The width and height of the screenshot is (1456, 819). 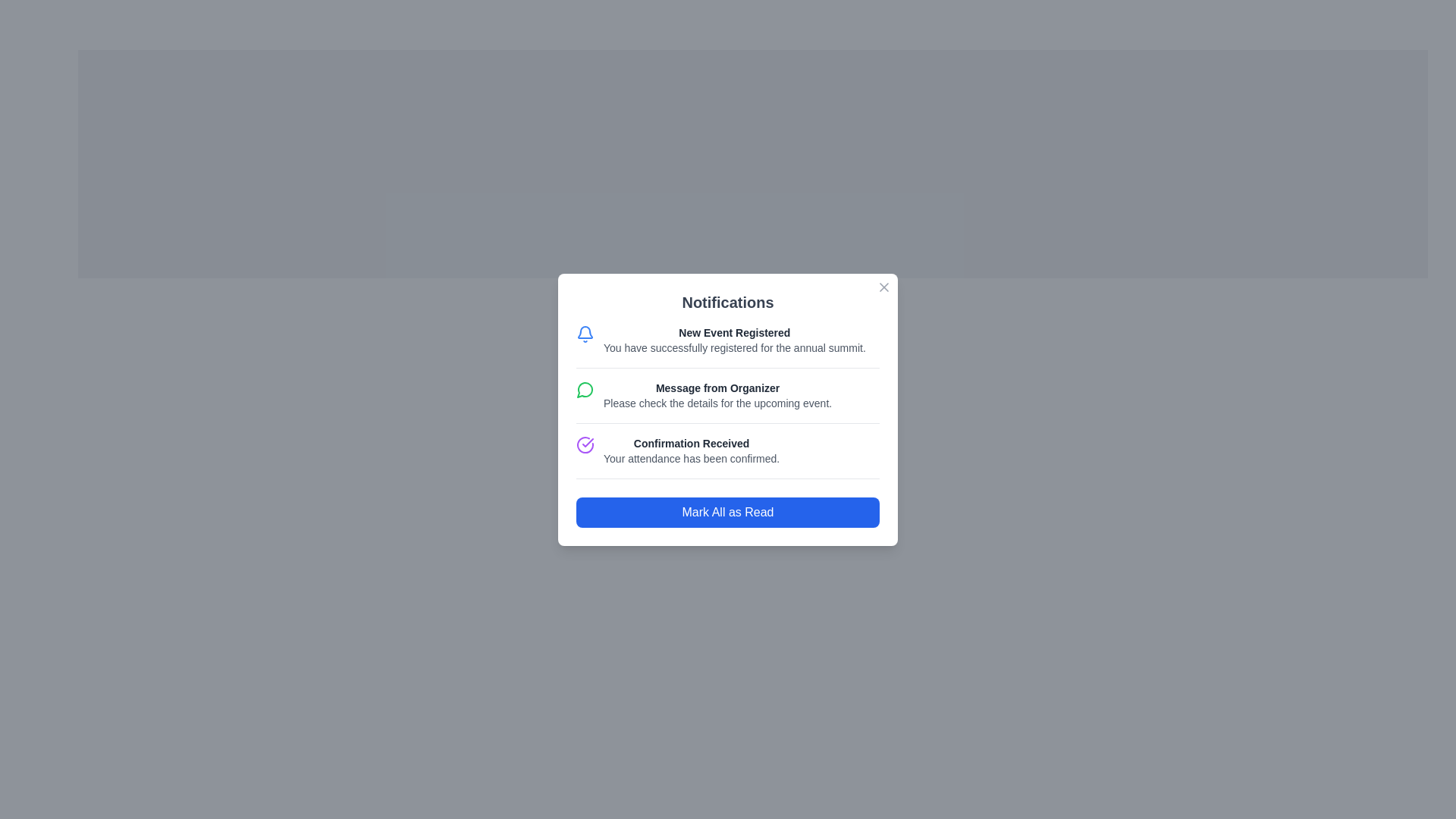 What do you see at coordinates (734, 347) in the screenshot?
I see `the static text label that provides additional context about the user's registration status for the event, located below the title 'New Event Registered' in the notifications popup` at bounding box center [734, 347].